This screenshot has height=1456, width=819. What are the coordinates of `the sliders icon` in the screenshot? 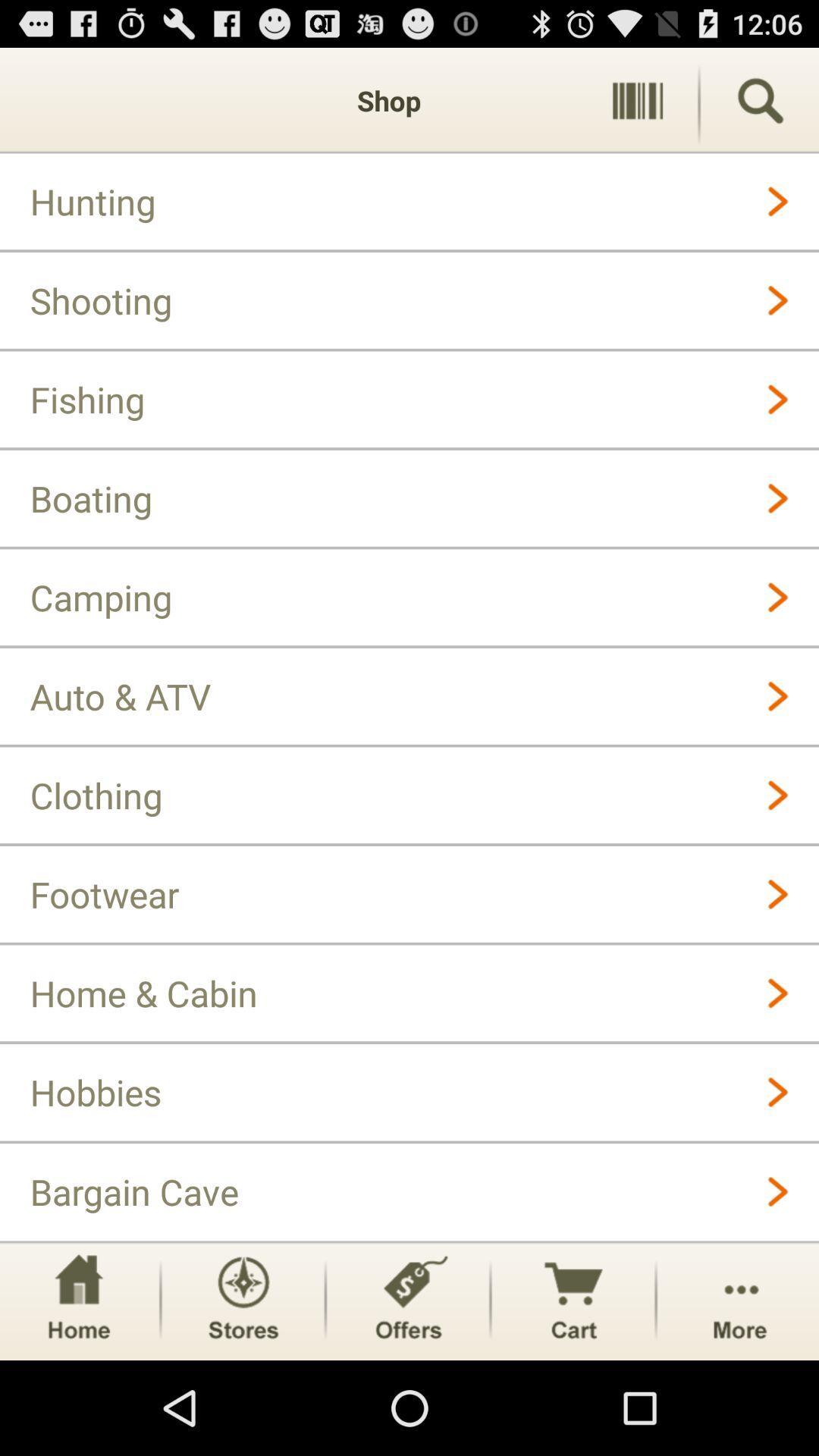 It's located at (637, 107).